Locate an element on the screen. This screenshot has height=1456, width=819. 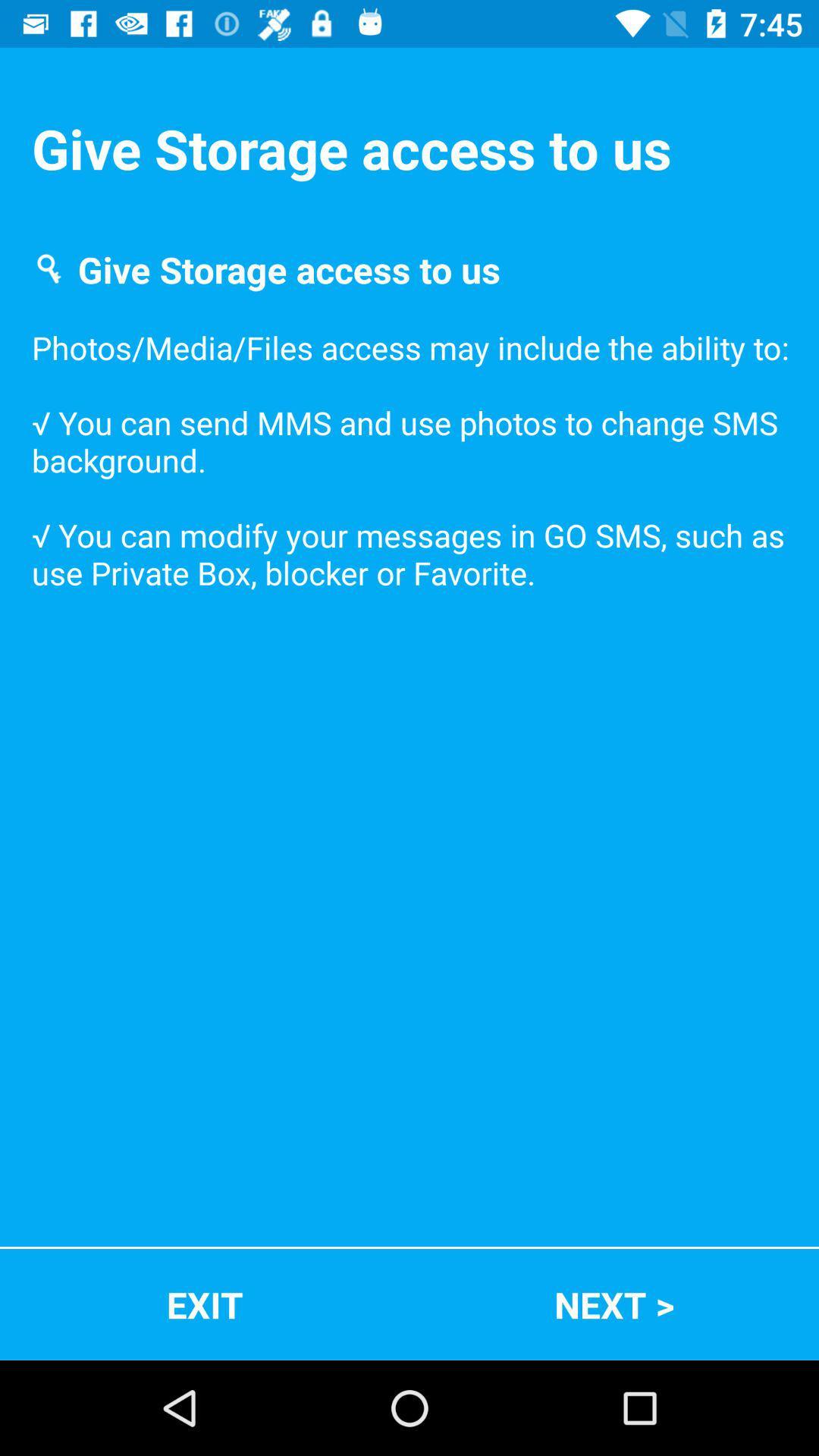
item next to the exit is located at coordinates (614, 1304).